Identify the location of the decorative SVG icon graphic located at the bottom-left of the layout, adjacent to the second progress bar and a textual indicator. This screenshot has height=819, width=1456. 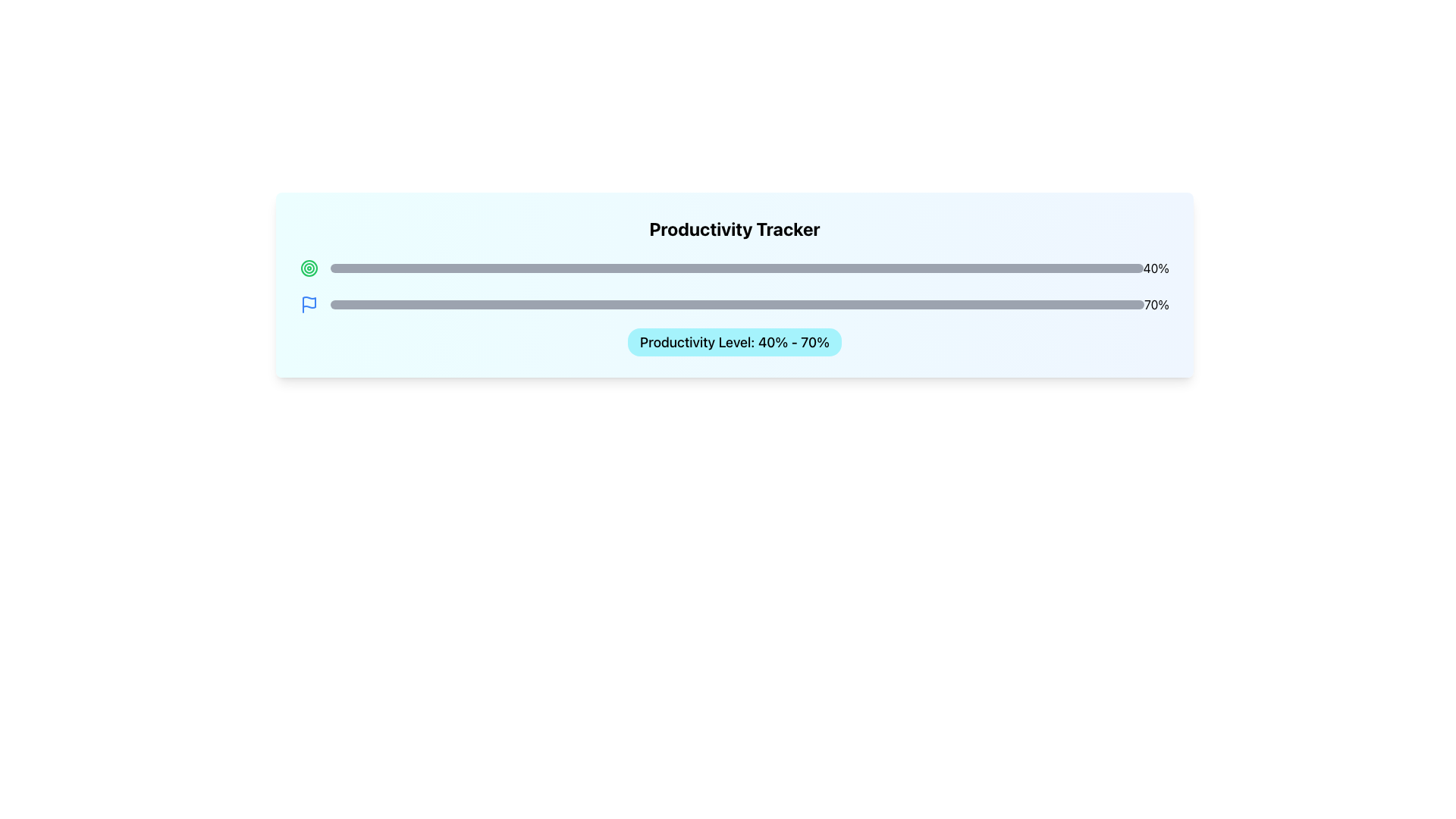
(309, 302).